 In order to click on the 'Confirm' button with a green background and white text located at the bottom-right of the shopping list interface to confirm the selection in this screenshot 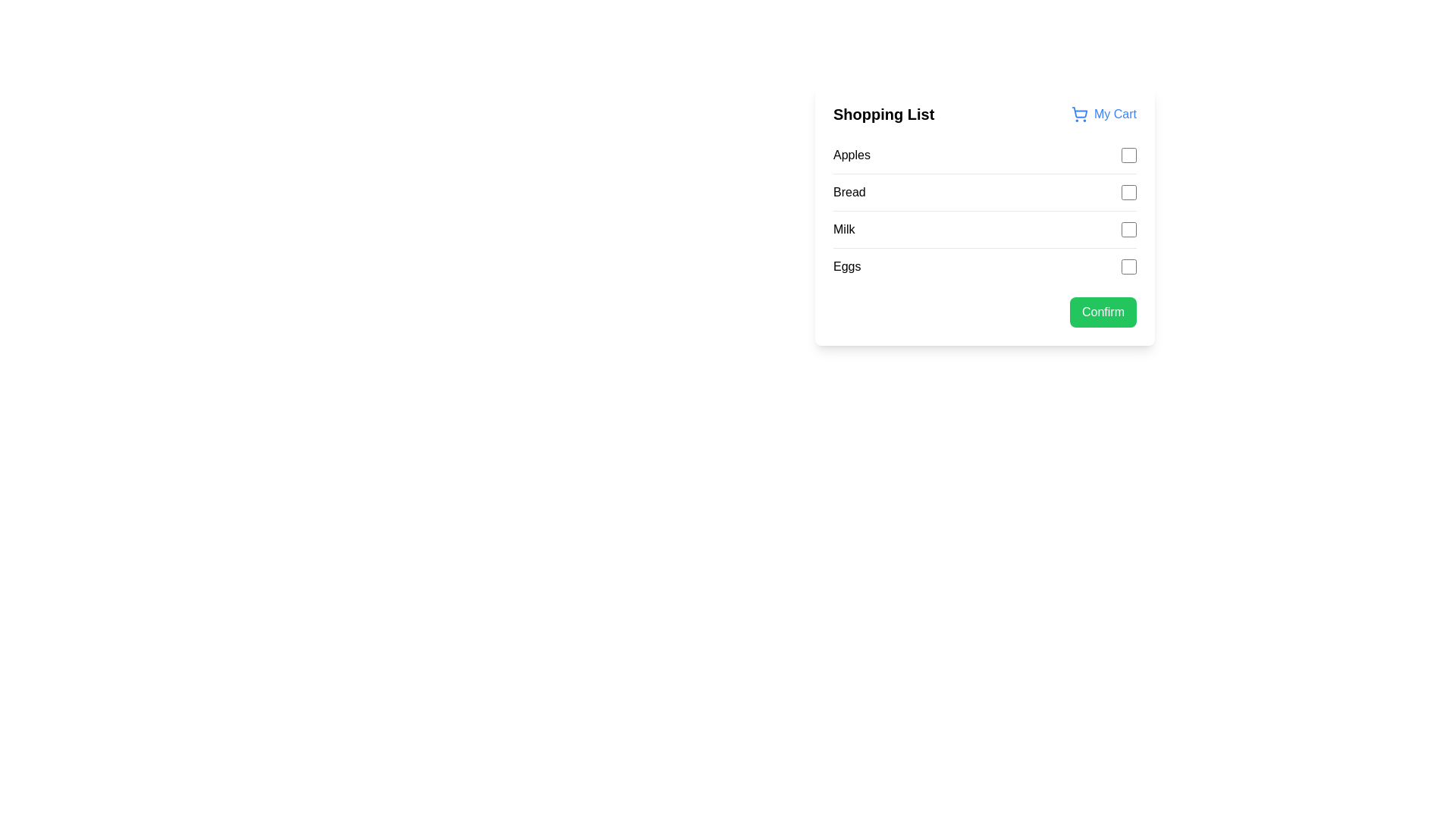, I will do `click(1103, 312)`.